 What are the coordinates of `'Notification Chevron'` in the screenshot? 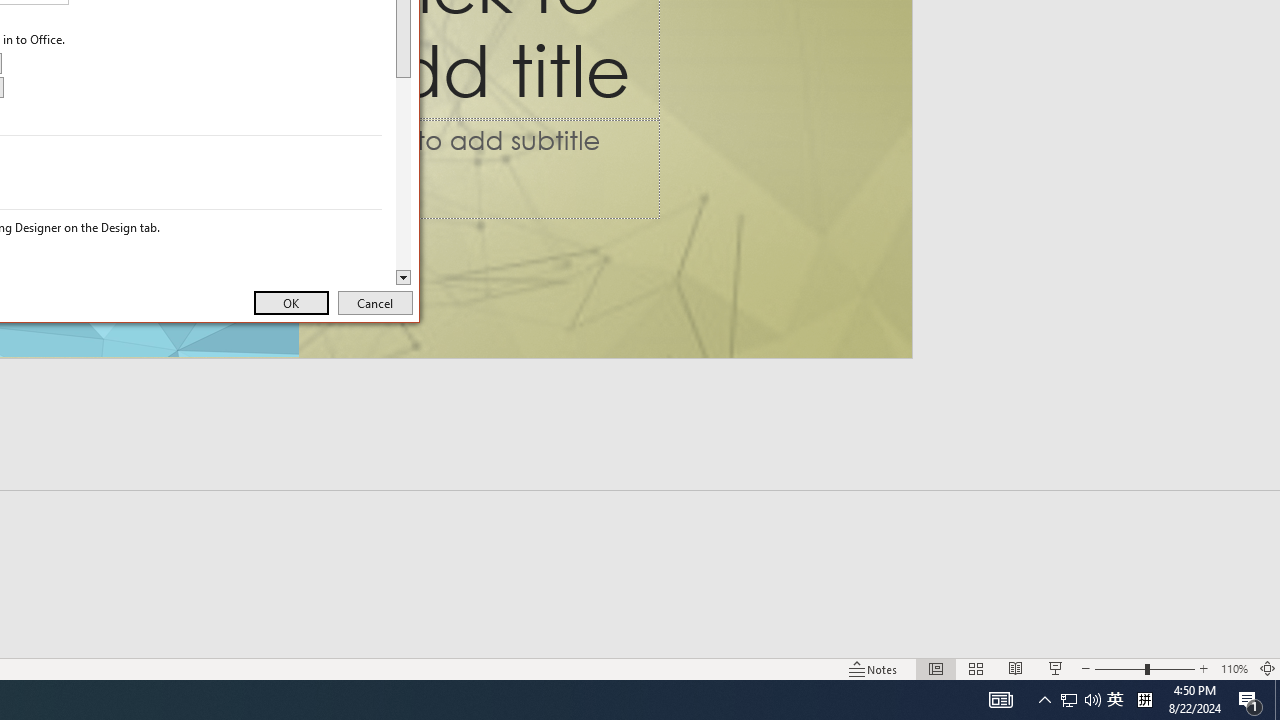 It's located at (1044, 698).